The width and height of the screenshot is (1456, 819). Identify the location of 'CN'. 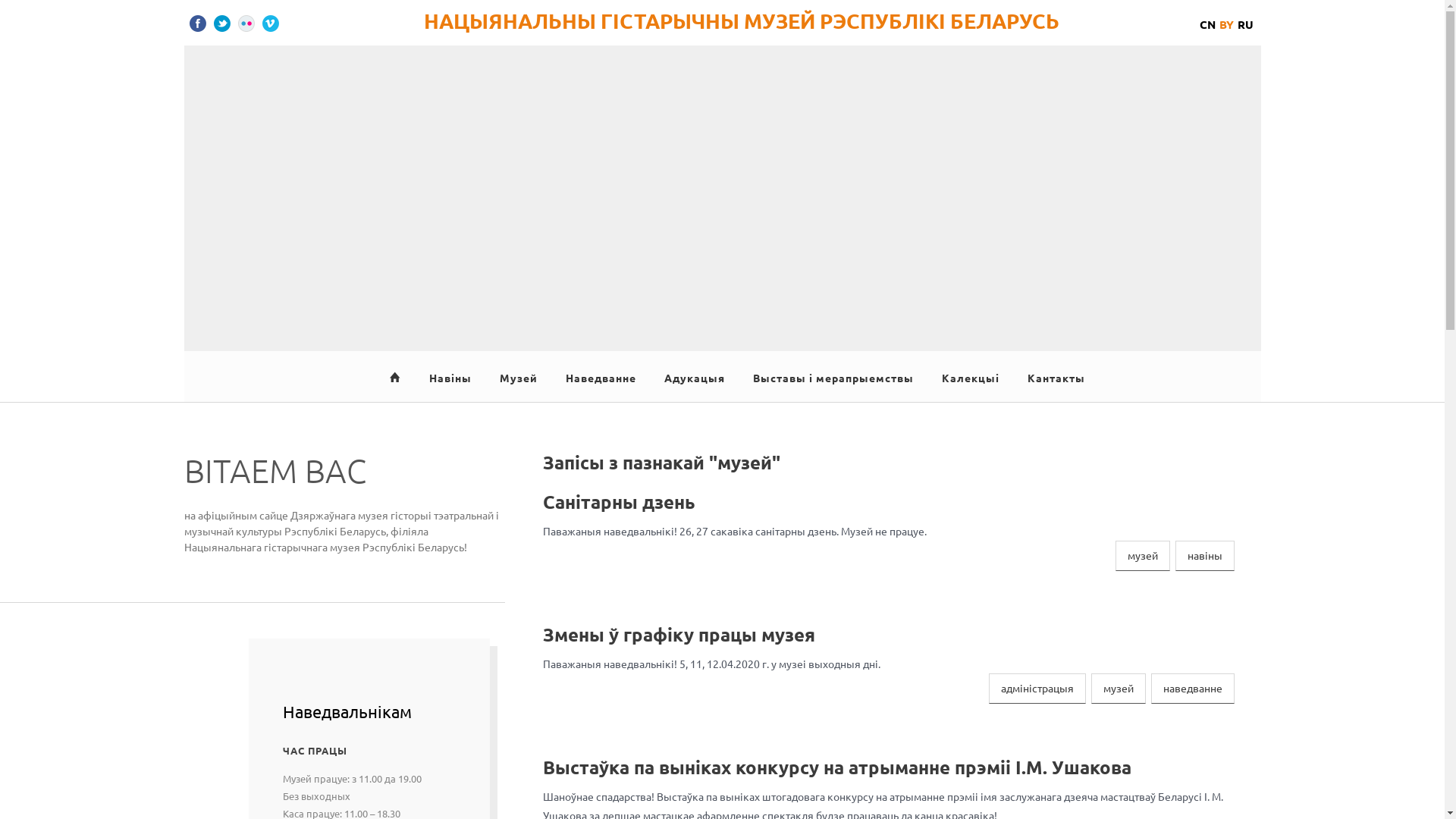
(1207, 24).